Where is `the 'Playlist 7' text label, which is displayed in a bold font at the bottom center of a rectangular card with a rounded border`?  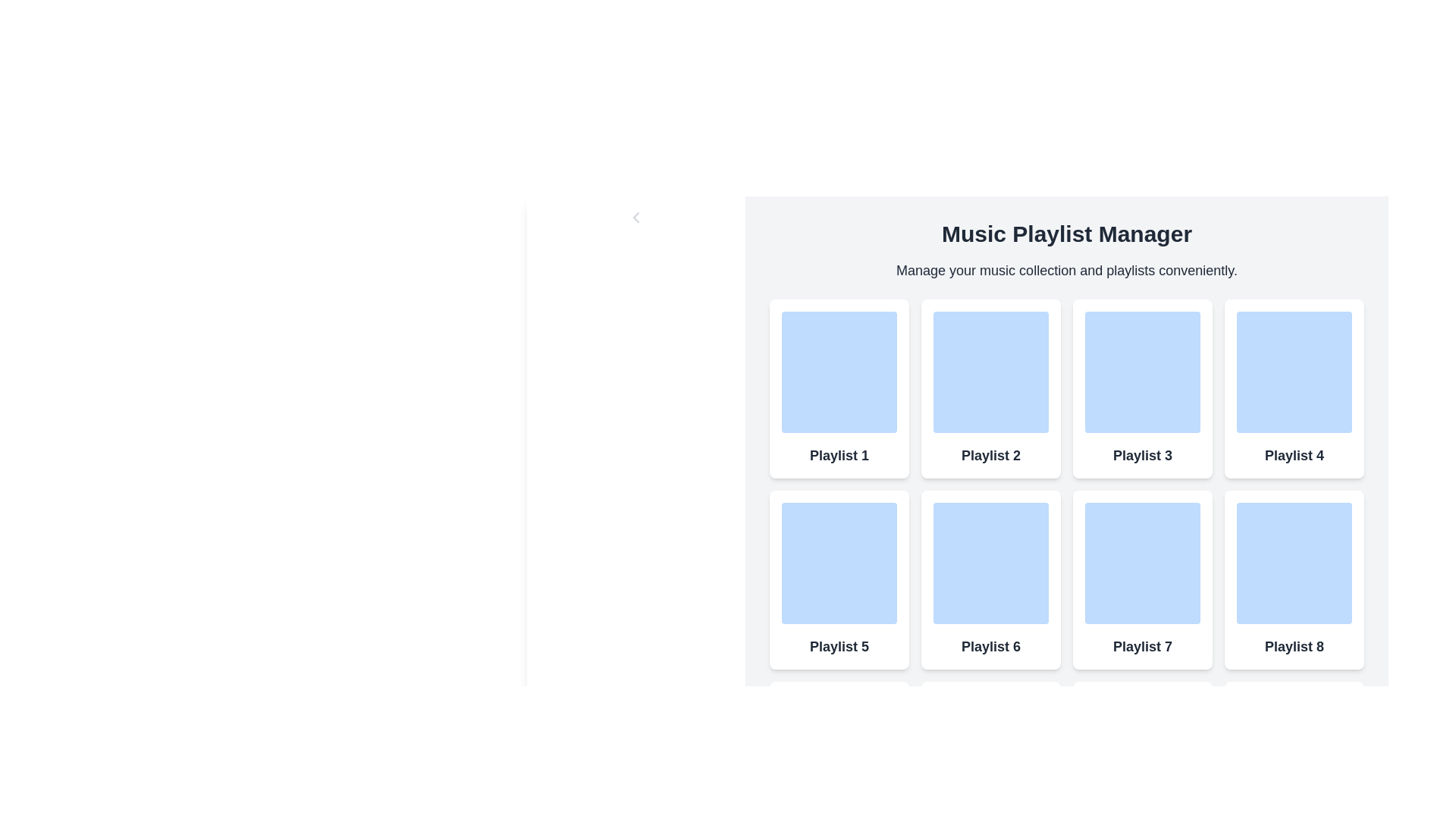 the 'Playlist 7' text label, which is displayed in a bold font at the bottom center of a rectangular card with a rounded border is located at coordinates (1143, 646).